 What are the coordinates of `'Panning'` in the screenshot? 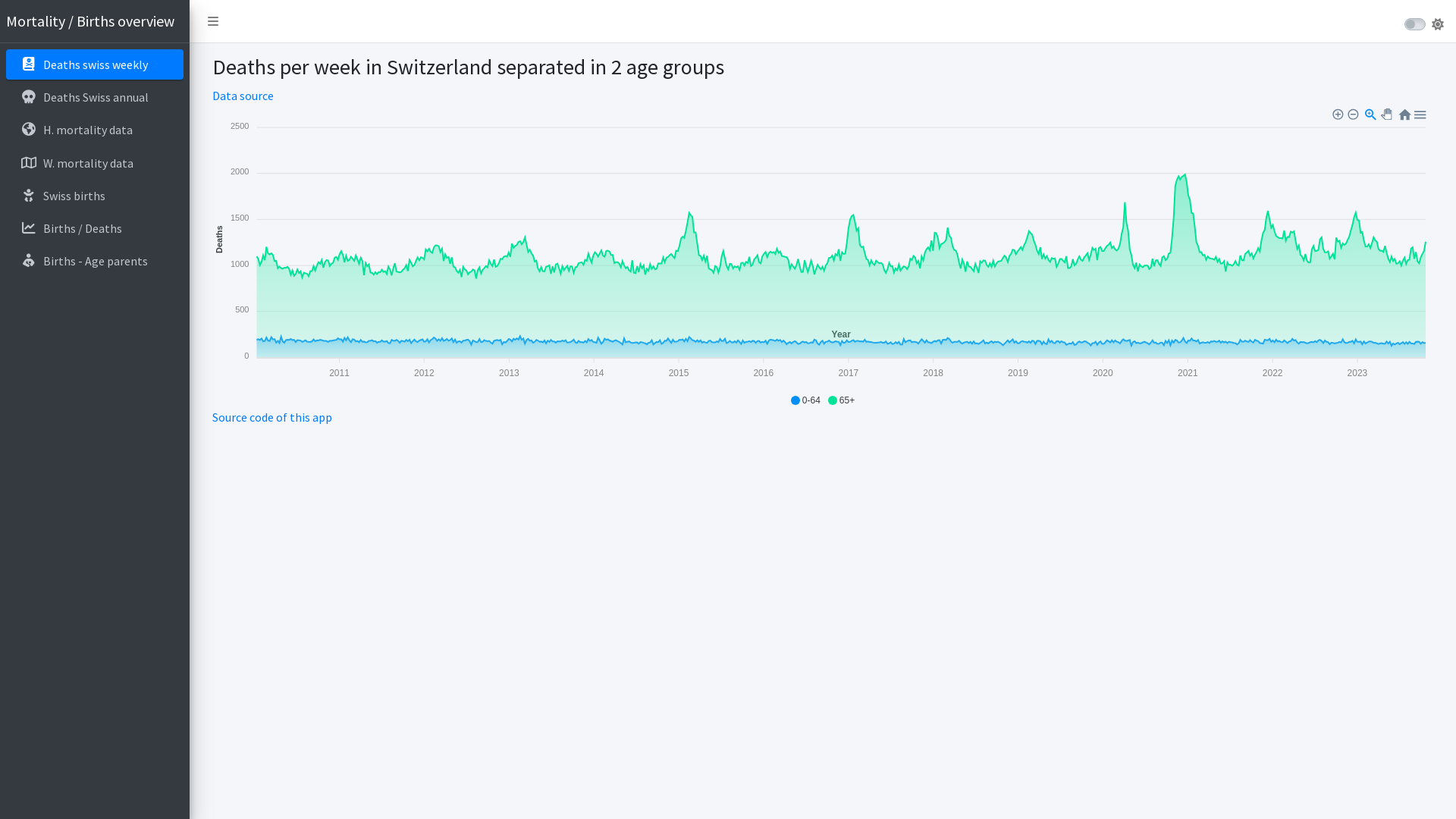 It's located at (1388, 113).